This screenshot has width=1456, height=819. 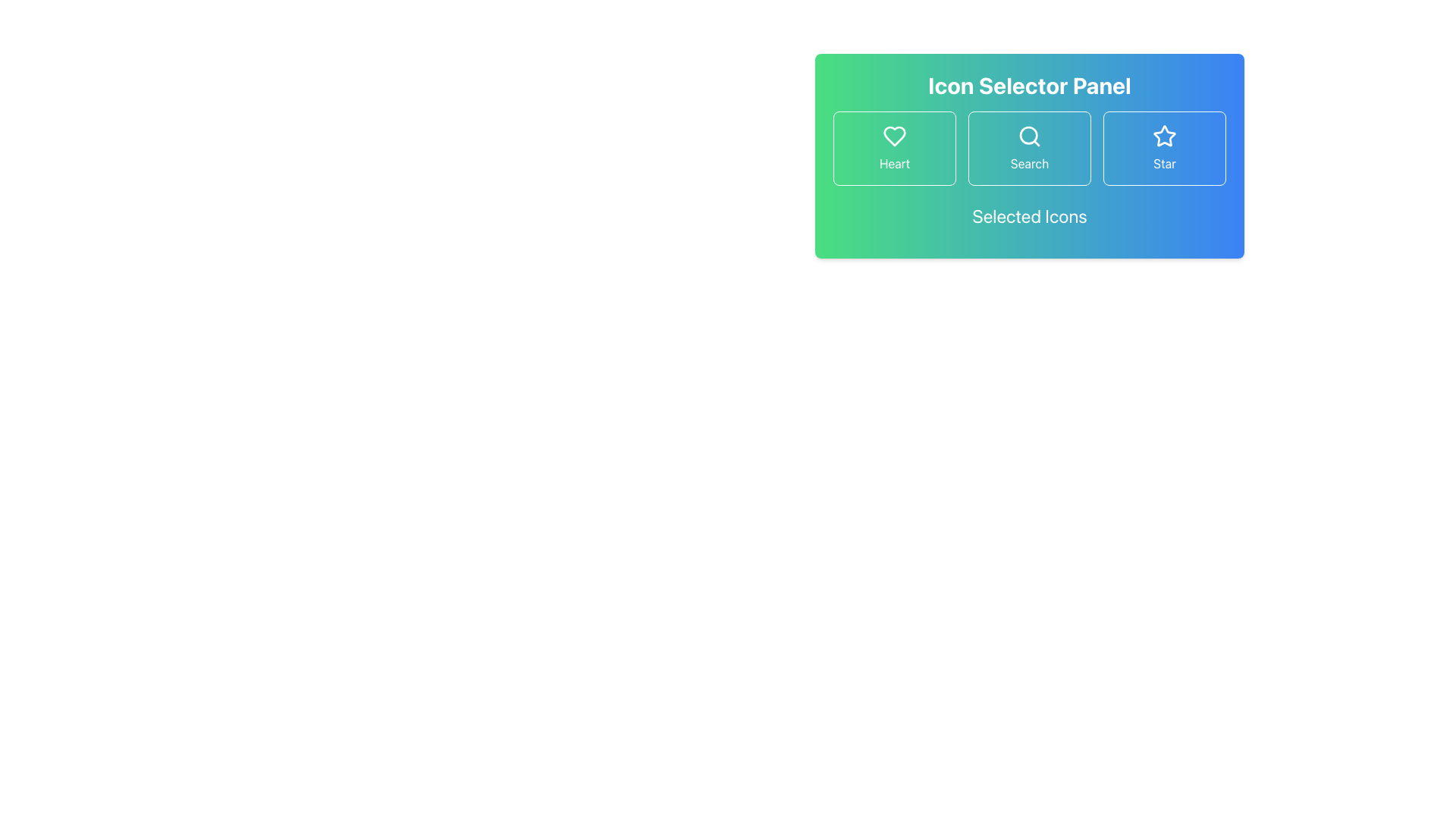 What do you see at coordinates (895, 136) in the screenshot?
I see `the heart icon` at bounding box center [895, 136].